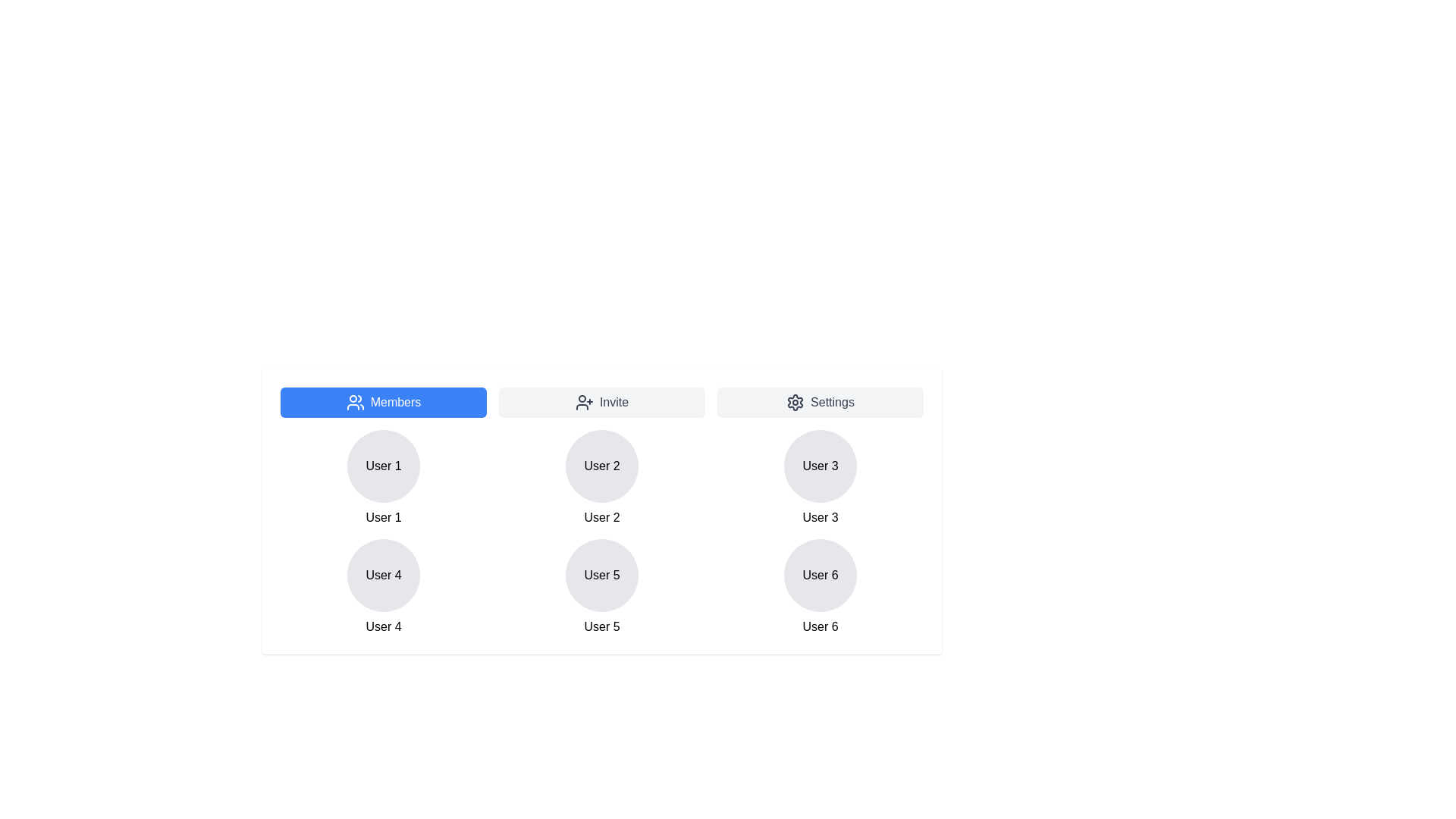  Describe the element at coordinates (601, 626) in the screenshot. I see `text label displaying 'User 5' located below the circular grey avatar in the middle column of the grid layout` at that location.